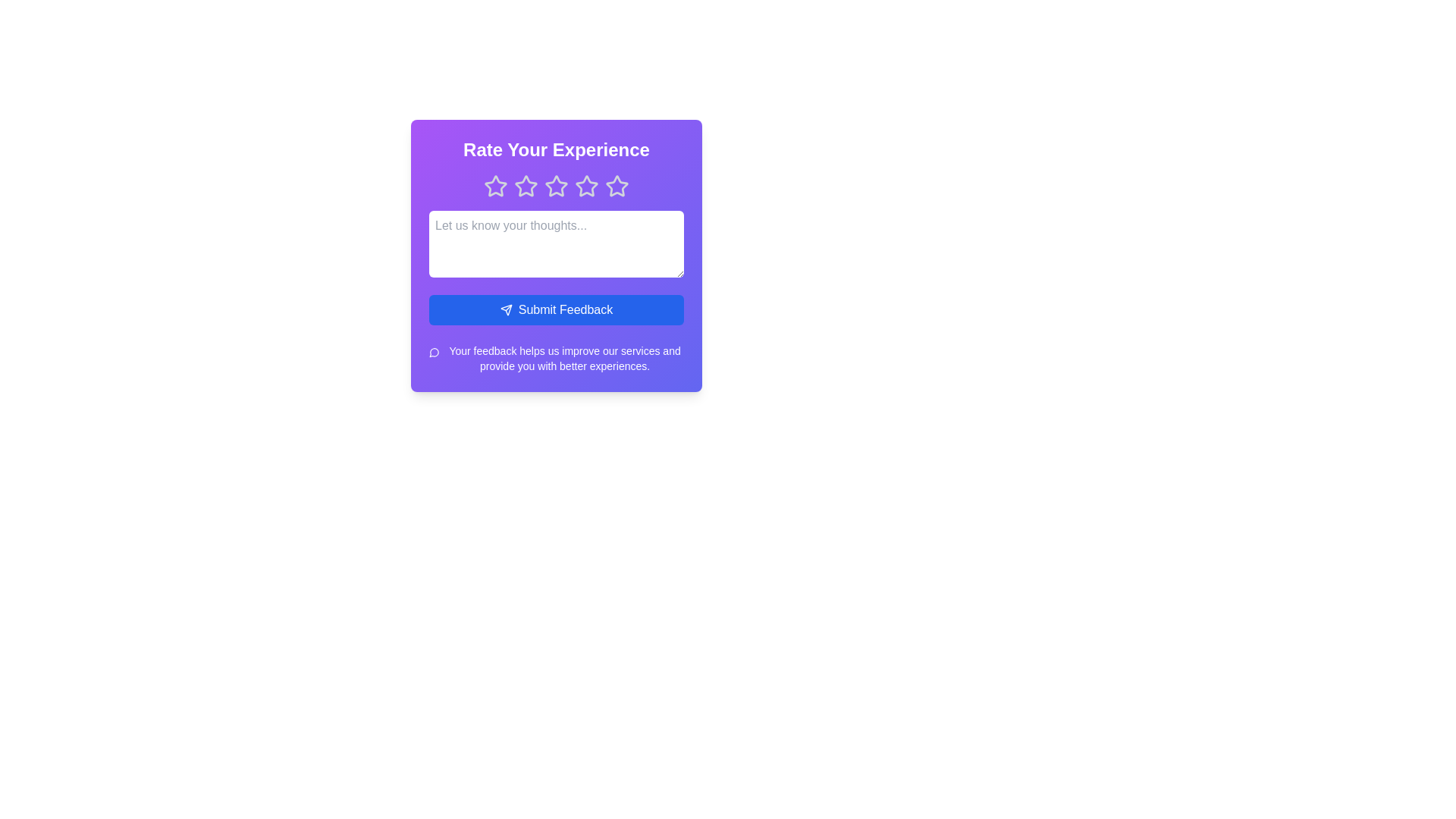 This screenshot has width=1456, height=819. I want to click on the third star in the five-star rating component located in the purple feedback panel, so click(556, 186).